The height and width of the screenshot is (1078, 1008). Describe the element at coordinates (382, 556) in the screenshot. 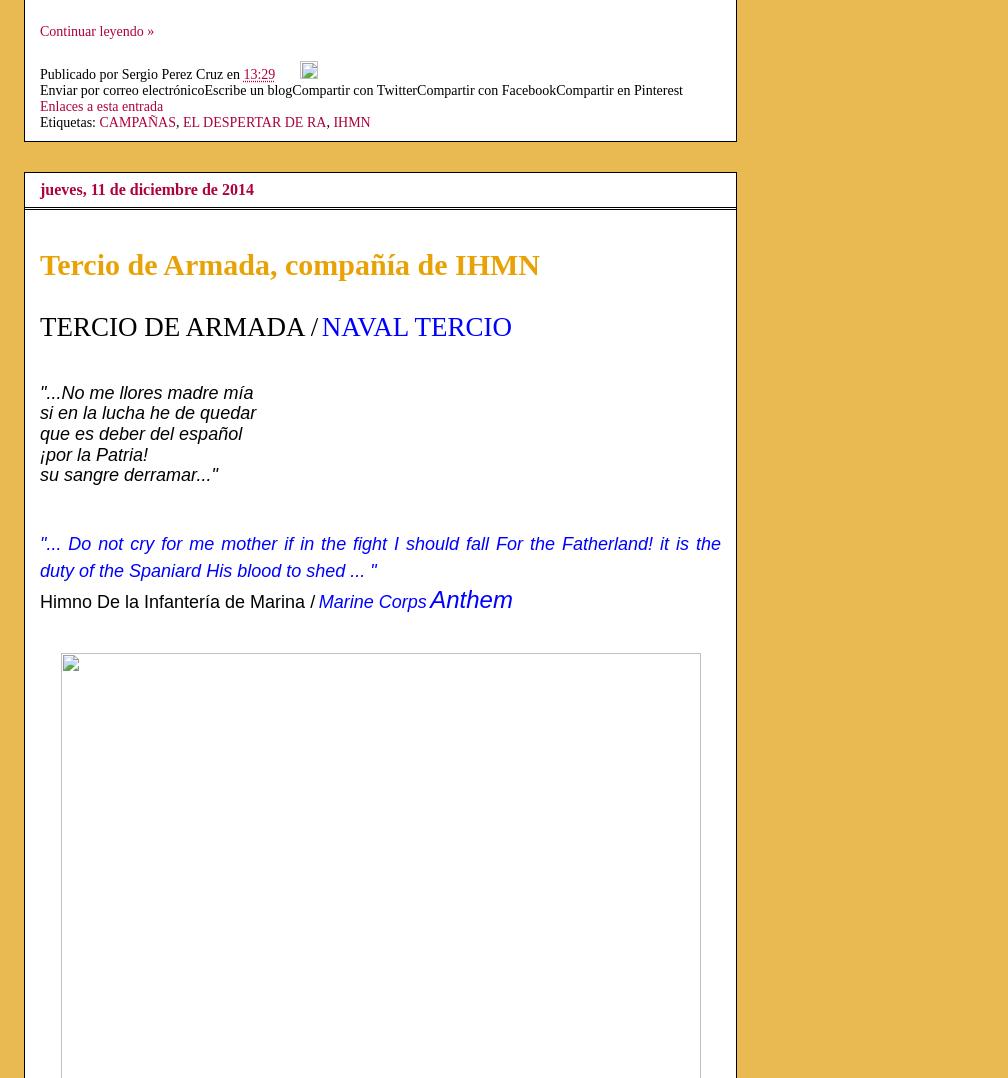

I see `'it is the duty of the Spaniard'` at that location.